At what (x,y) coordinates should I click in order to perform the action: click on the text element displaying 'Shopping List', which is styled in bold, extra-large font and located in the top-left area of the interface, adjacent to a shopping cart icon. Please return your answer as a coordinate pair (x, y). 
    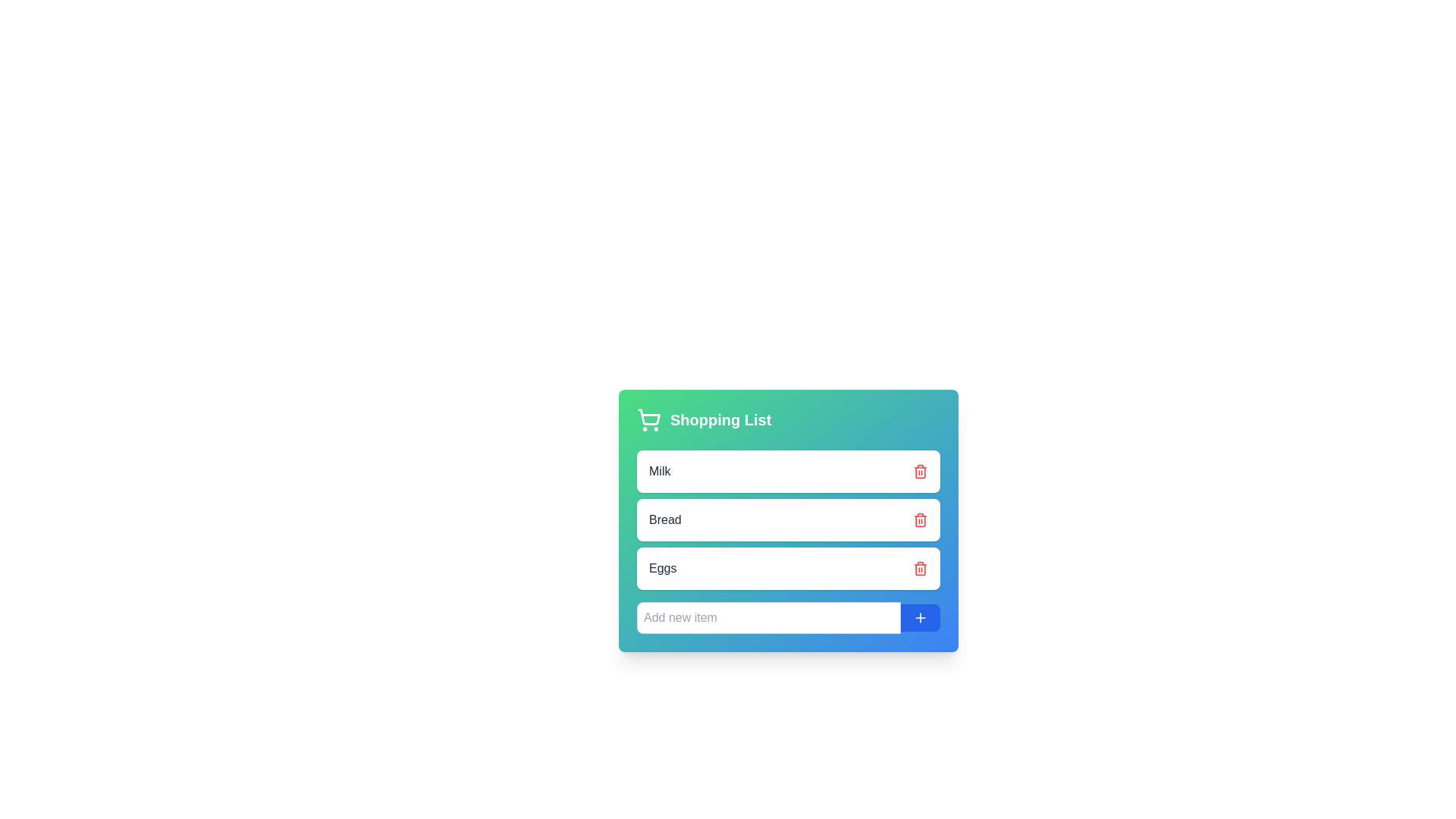
    Looking at the image, I should click on (720, 420).